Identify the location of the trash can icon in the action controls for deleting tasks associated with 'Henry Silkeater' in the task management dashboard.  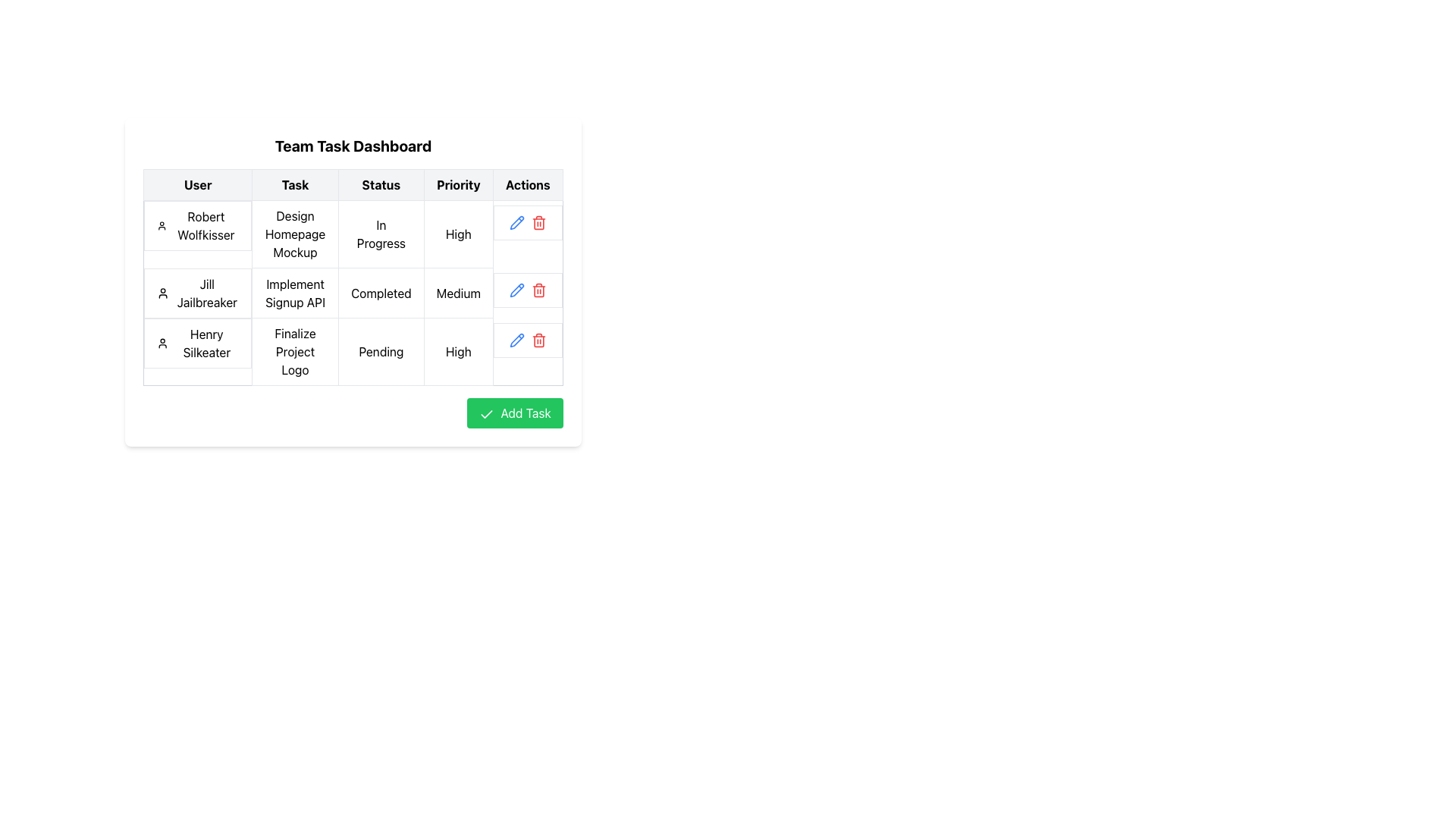
(528, 339).